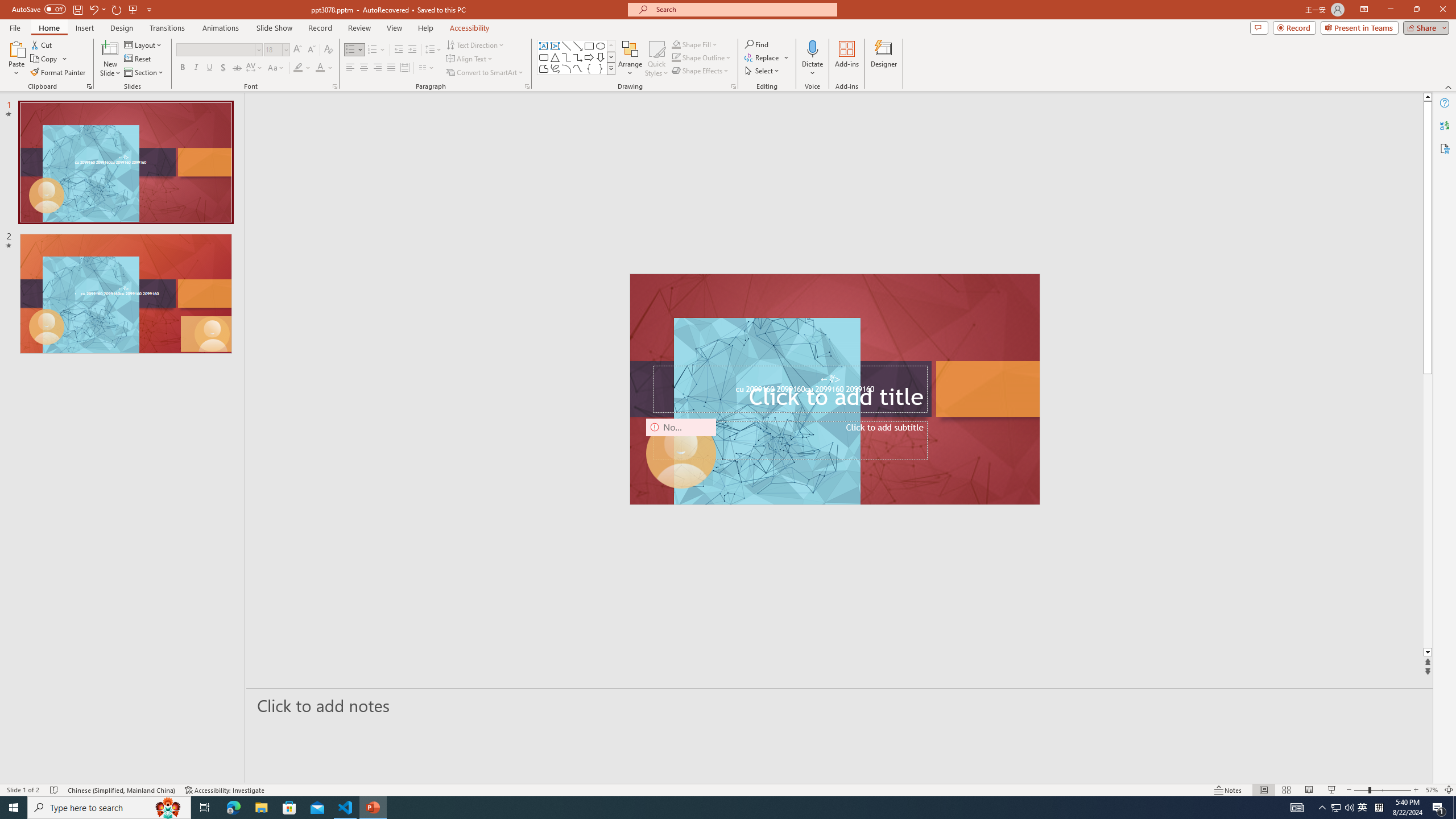  What do you see at coordinates (565, 68) in the screenshot?
I see `'Arc'` at bounding box center [565, 68].